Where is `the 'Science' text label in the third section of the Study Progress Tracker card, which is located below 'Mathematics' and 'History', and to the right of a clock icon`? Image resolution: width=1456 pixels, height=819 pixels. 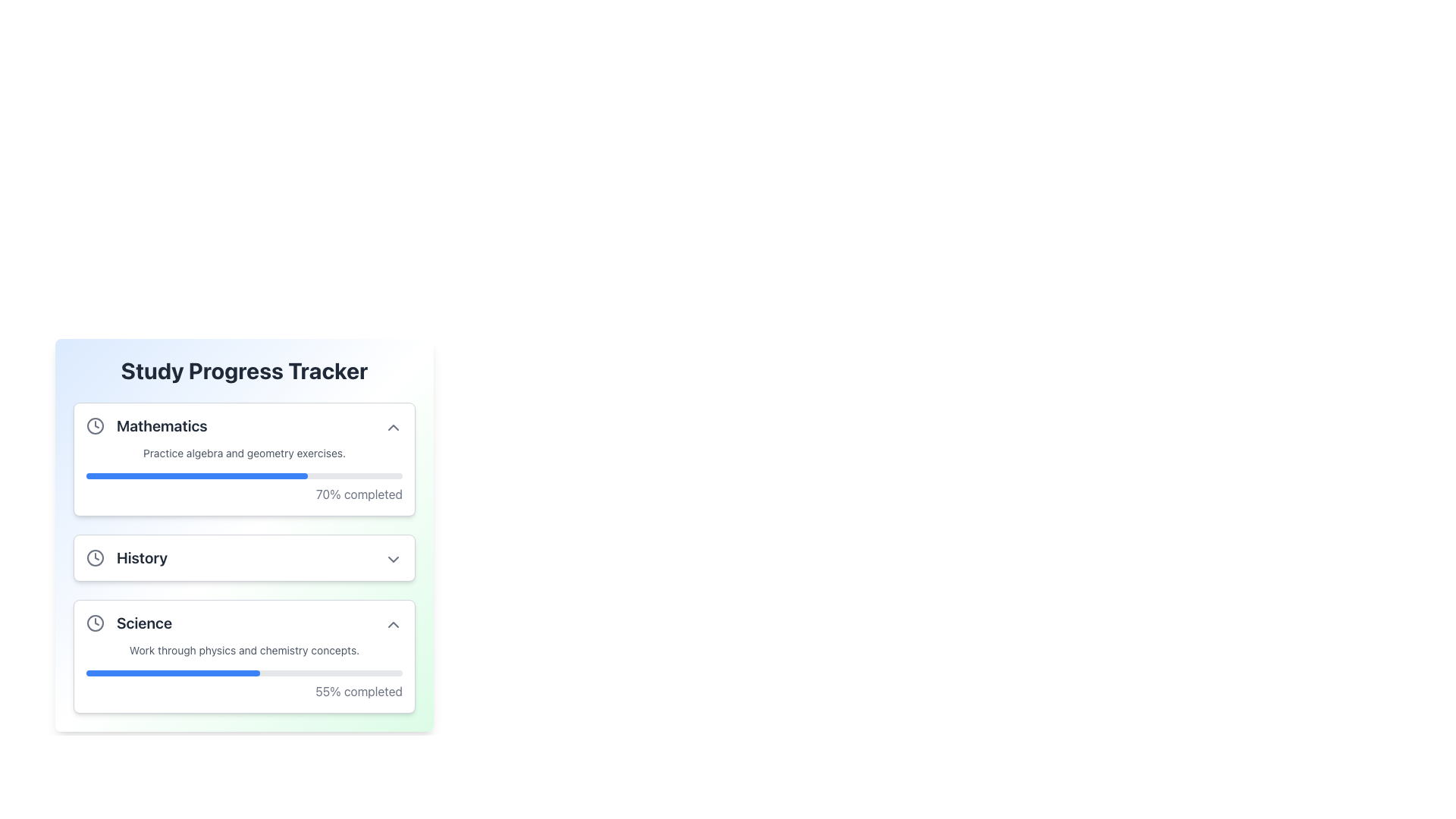
the 'Science' text label in the third section of the Study Progress Tracker card, which is located below 'Mathematics' and 'History', and to the right of a clock icon is located at coordinates (129, 623).